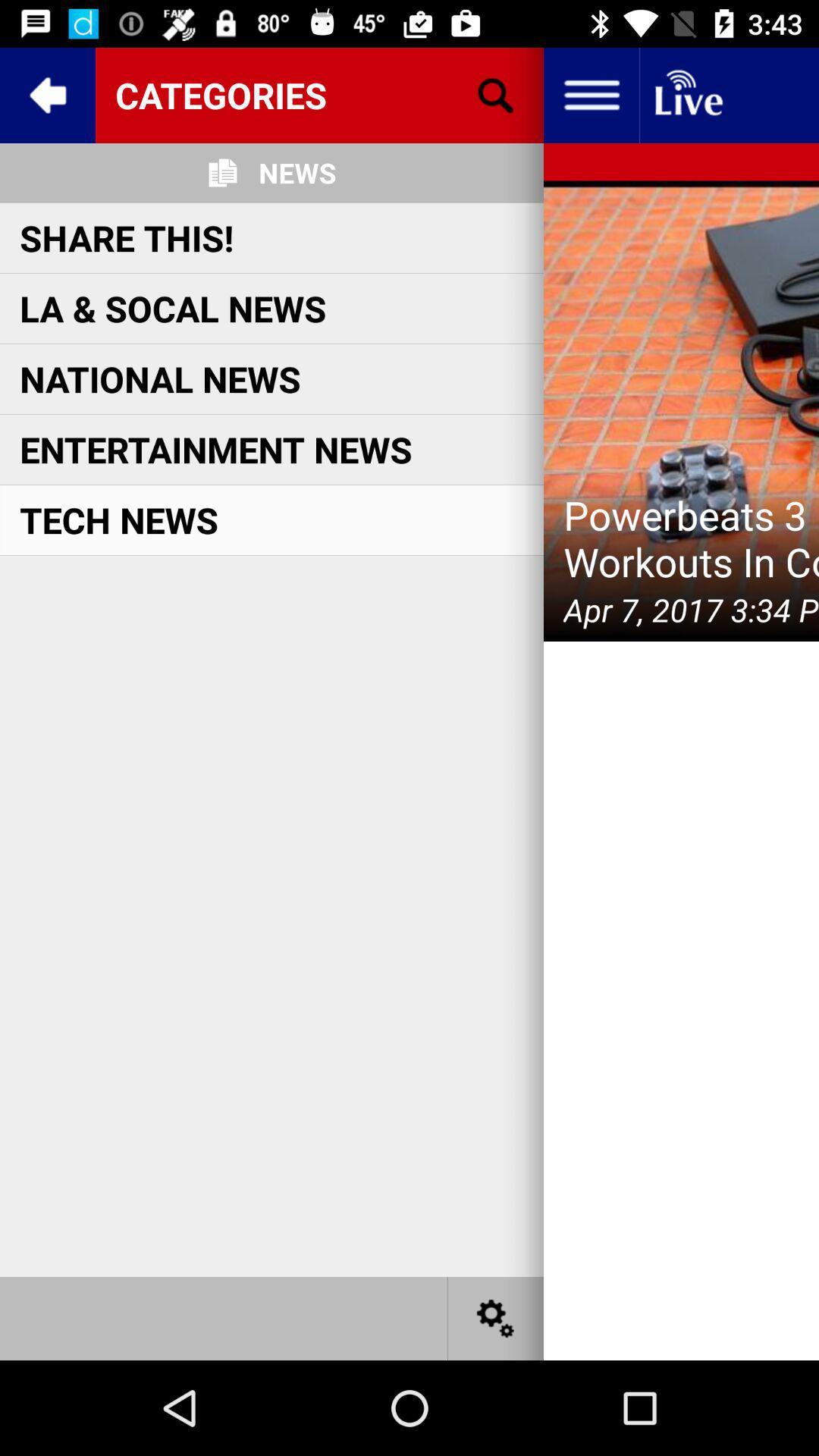  What do you see at coordinates (687, 94) in the screenshot?
I see `live news` at bounding box center [687, 94].